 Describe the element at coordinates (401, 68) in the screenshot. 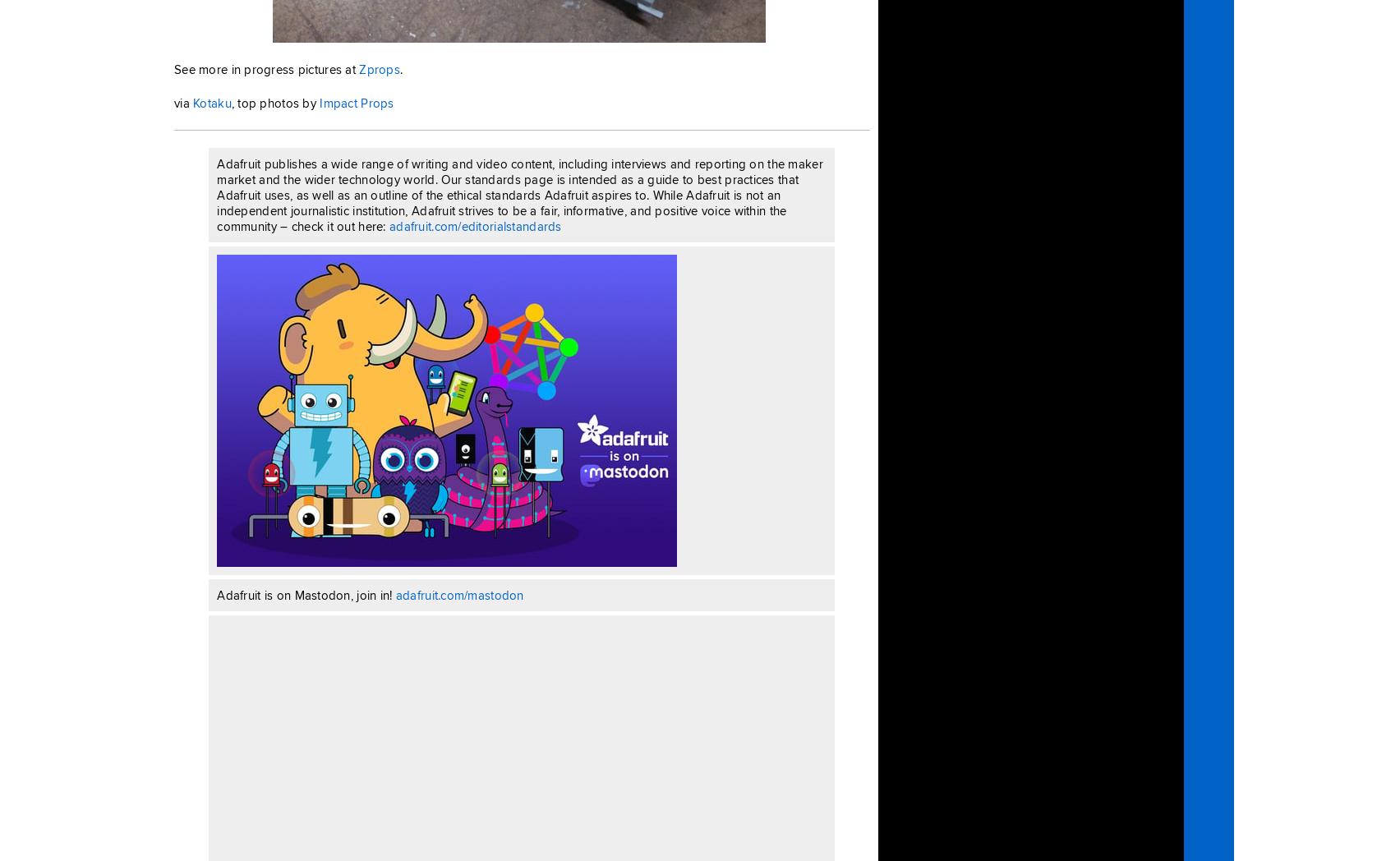

I see `'.'` at that location.